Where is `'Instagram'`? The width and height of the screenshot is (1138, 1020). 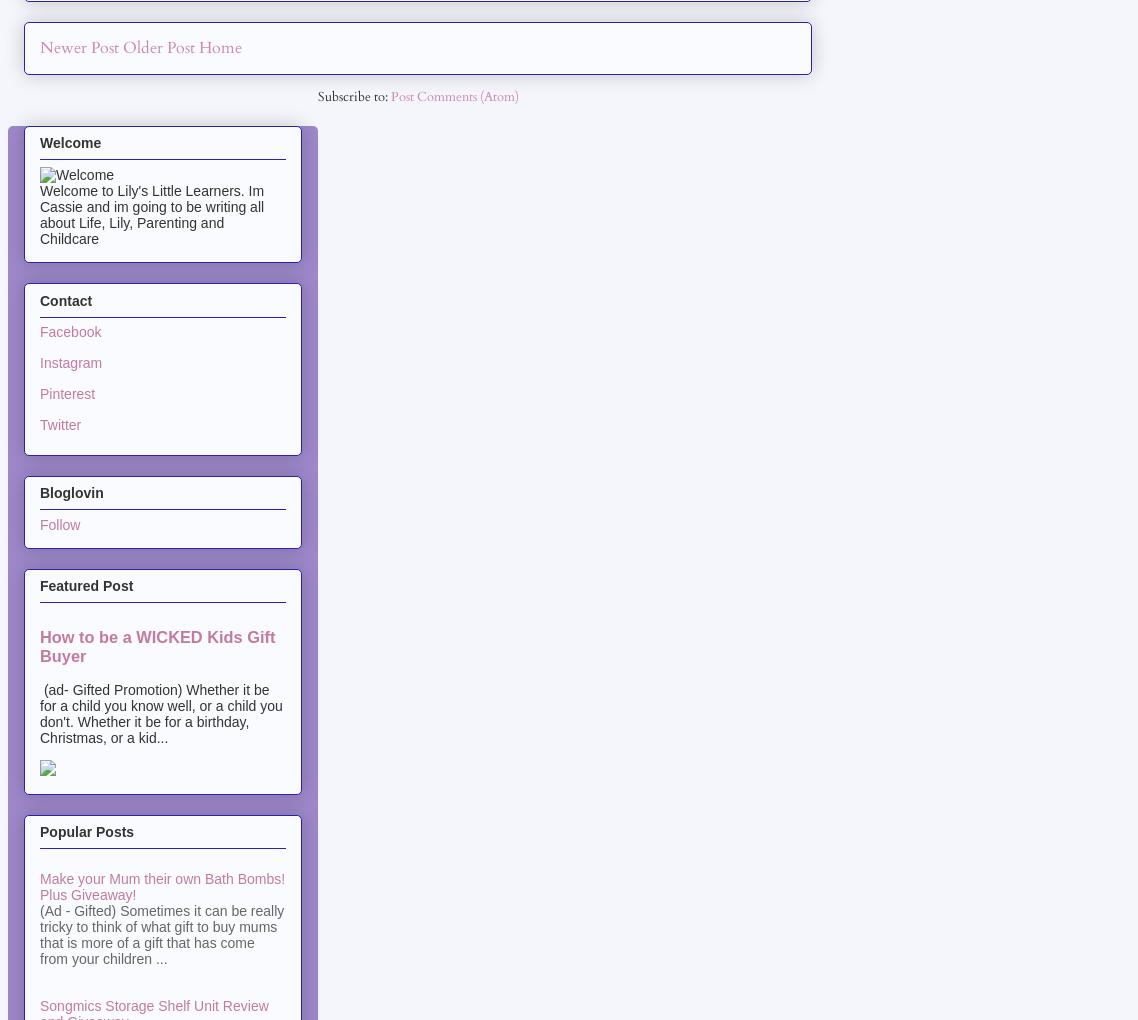
'Instagram' is located at coordinates (70, 360).